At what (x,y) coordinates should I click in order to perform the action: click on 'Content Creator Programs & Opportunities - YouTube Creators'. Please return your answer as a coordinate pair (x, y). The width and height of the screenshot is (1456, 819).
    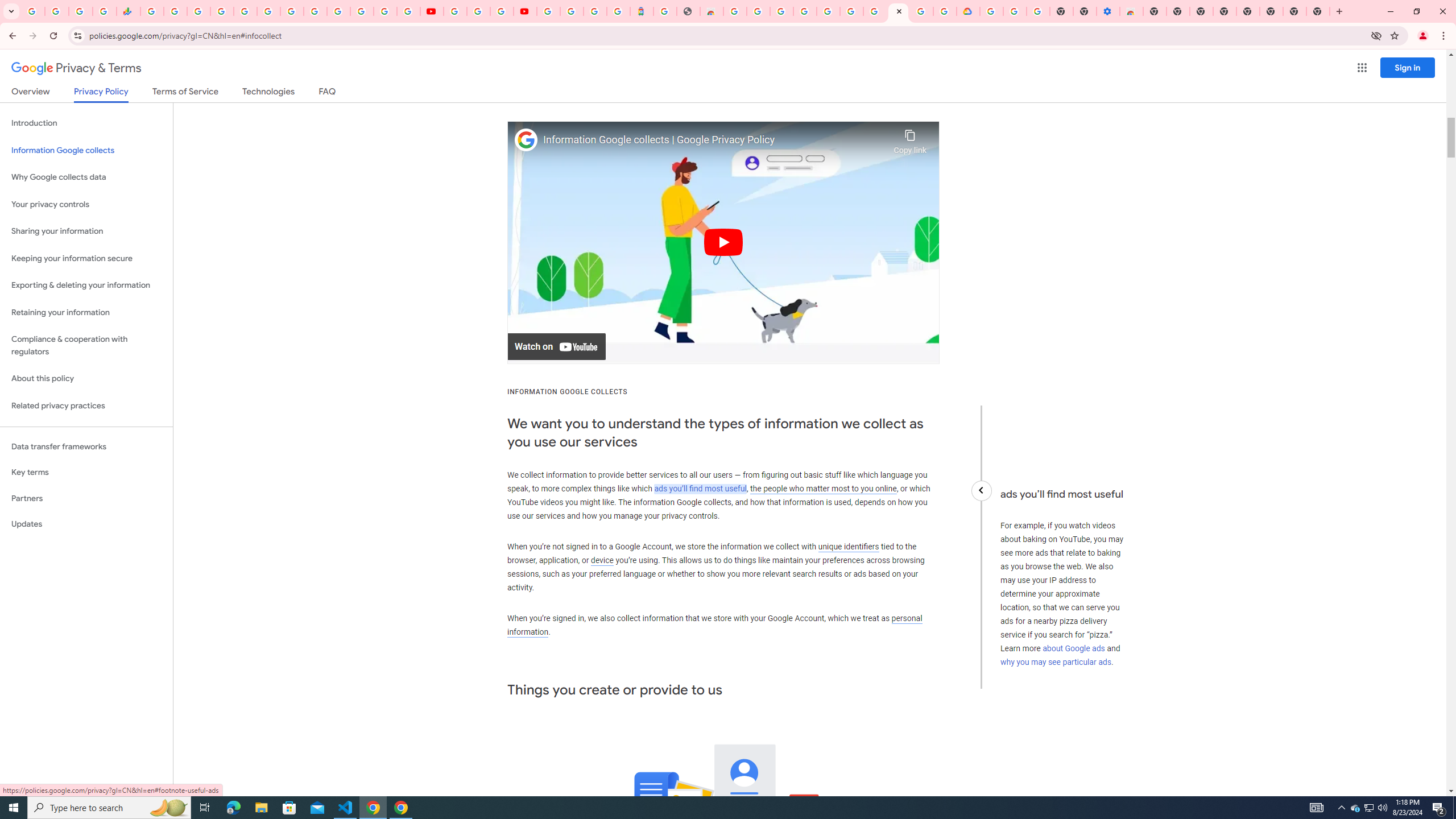
    Looking at the image, I should click on (524, 11).